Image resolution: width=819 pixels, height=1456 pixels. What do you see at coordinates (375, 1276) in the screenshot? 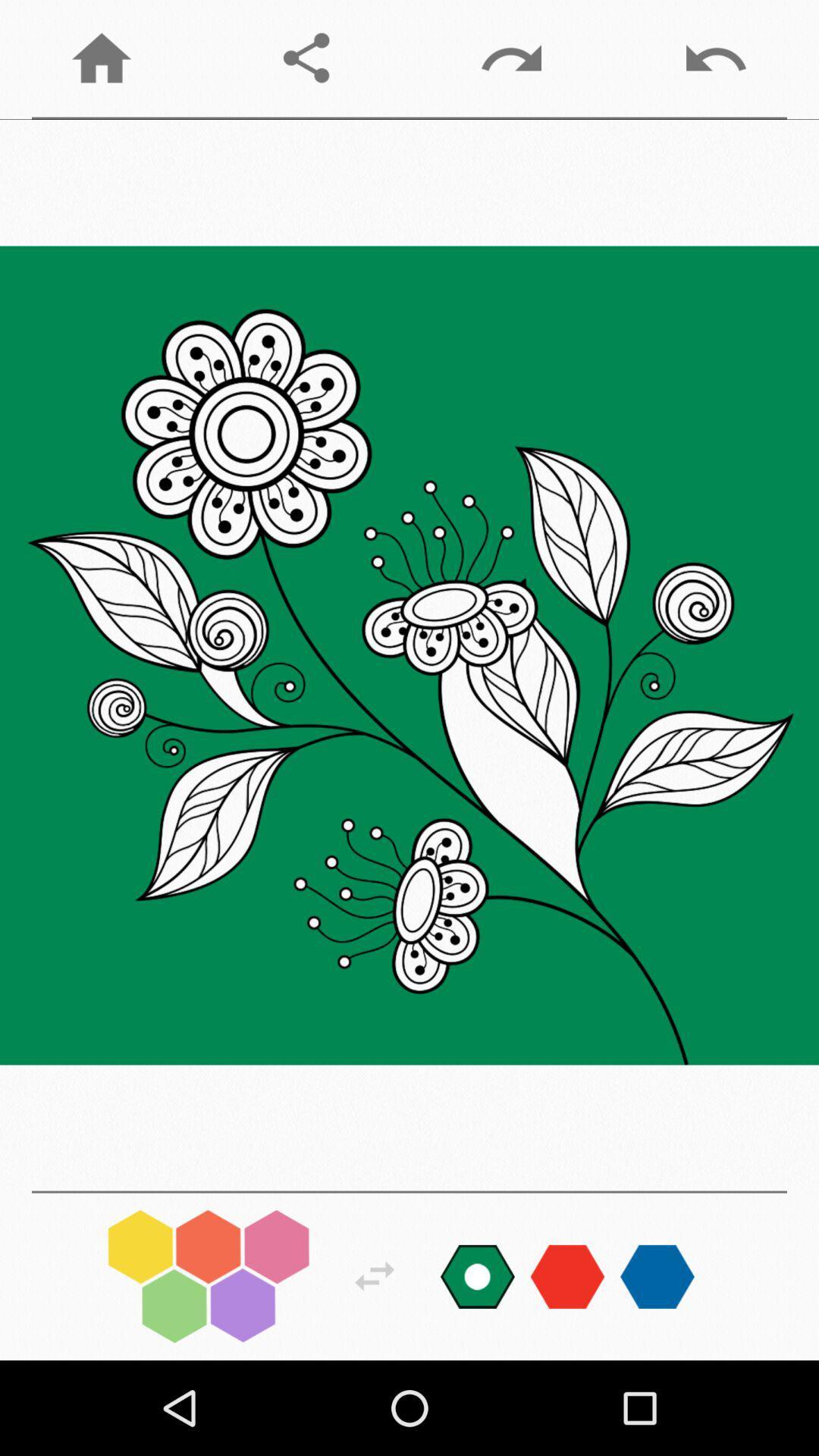
I see `change options` at bounding box center [375, 1276].